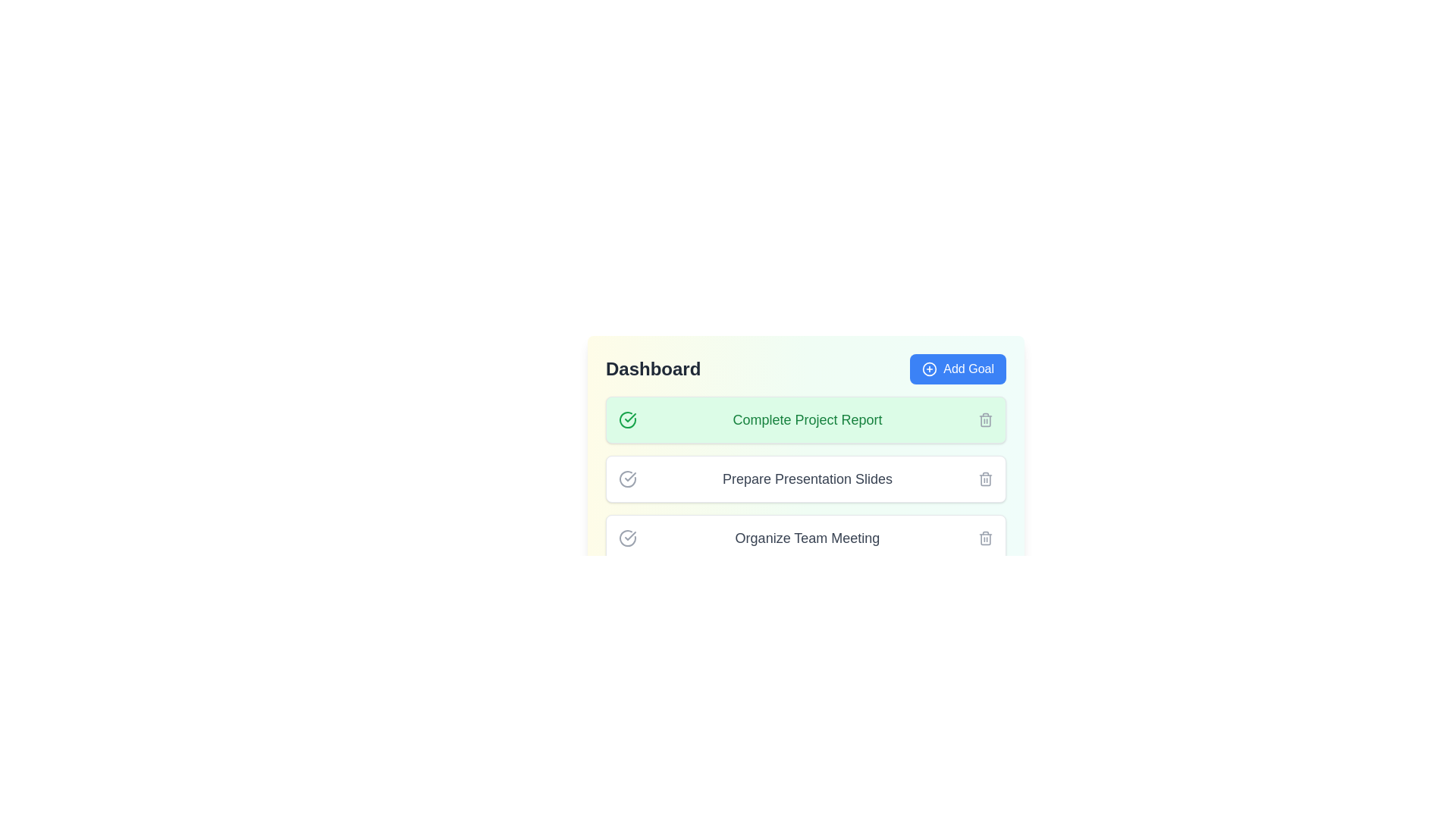 This screenshot has height=819, width=1456. What do you see at coordinates (956, 369) in the screenshot?
I see `the 'Add Goal' button to add a new goal` at bounding box center [956, 369].